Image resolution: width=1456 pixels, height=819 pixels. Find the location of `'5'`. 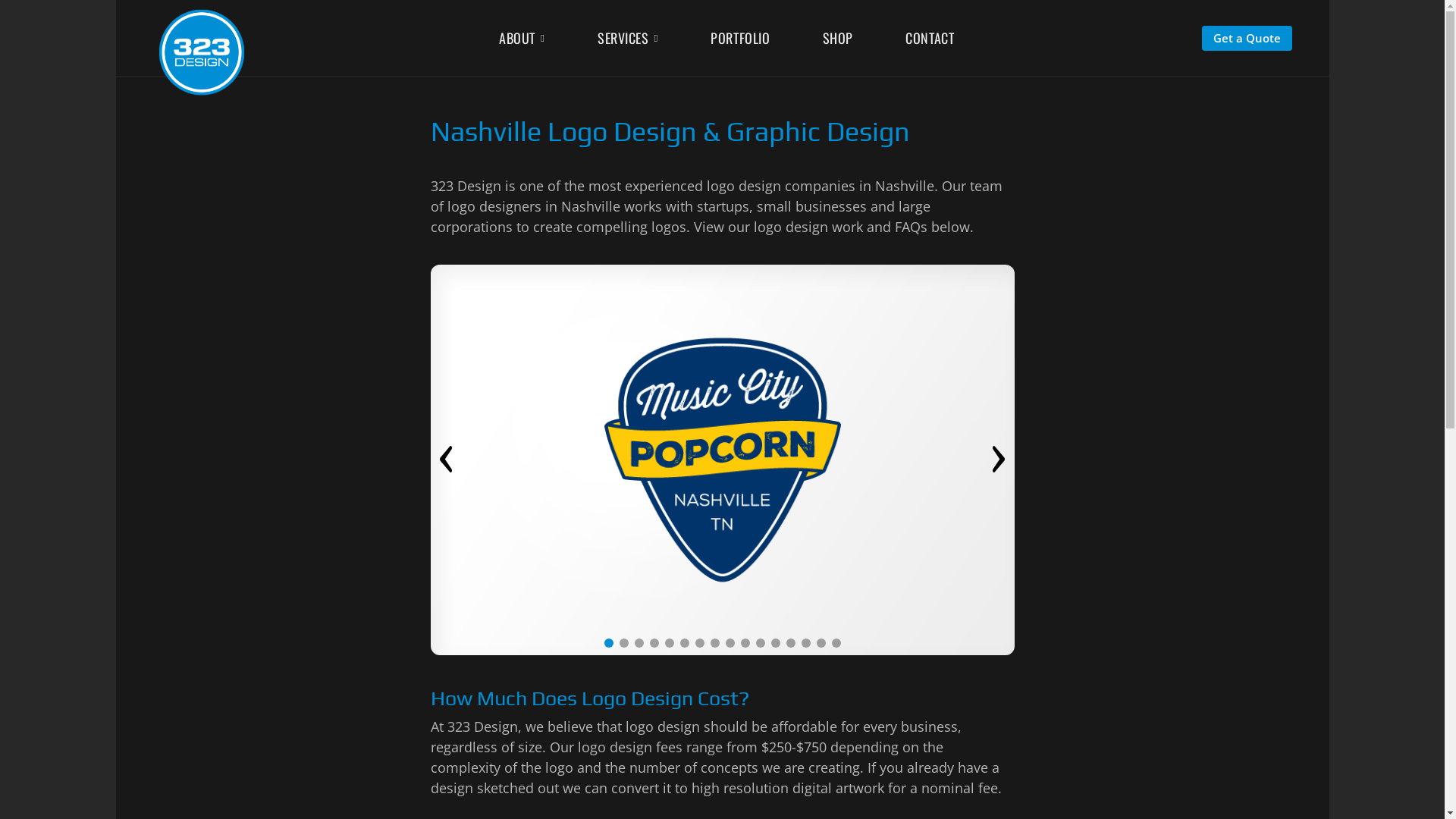

'5' is located at coordinates (664, 643).